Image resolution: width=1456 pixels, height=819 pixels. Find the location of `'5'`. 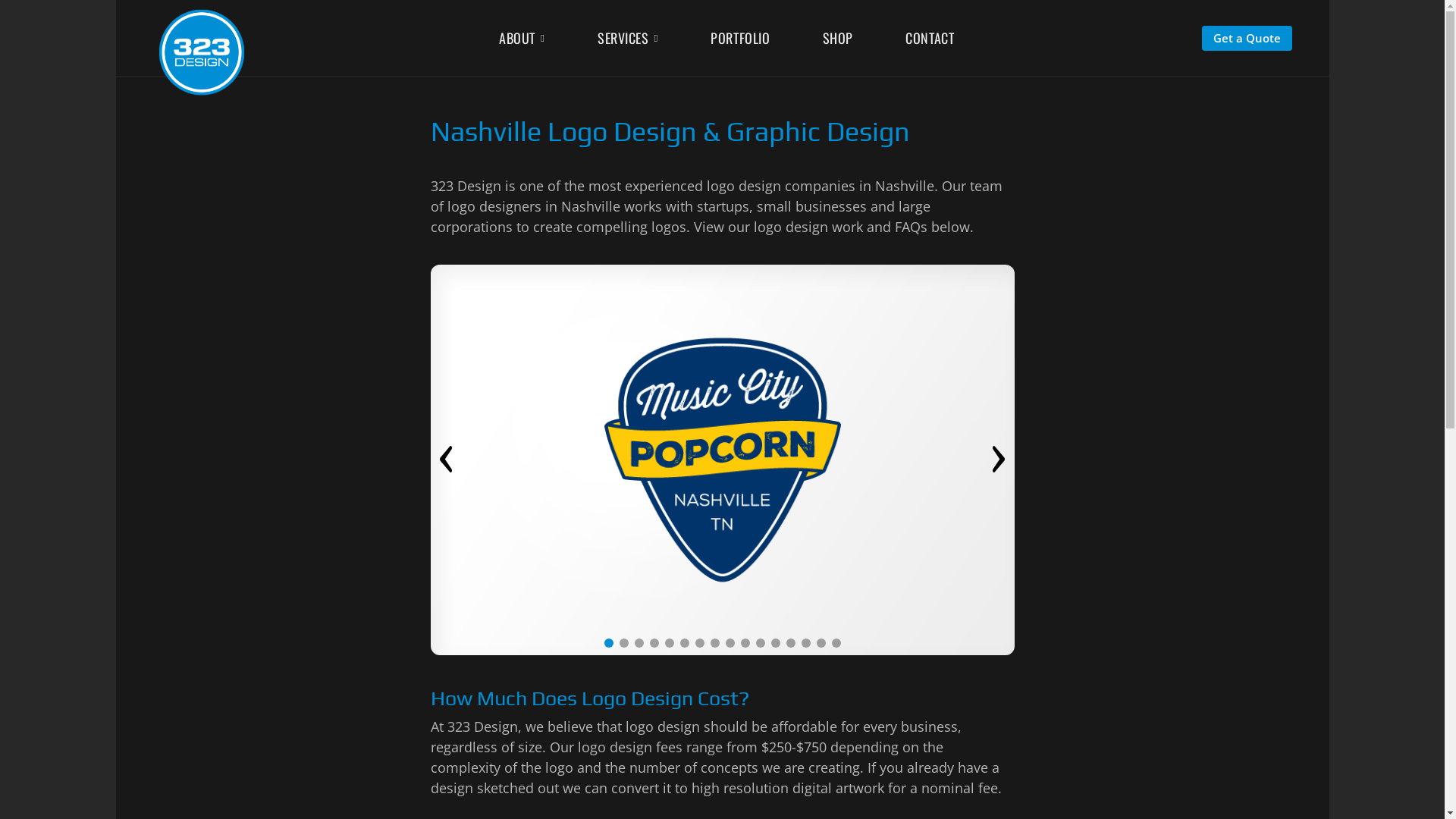

'5' is located at coordinates (664, 643).